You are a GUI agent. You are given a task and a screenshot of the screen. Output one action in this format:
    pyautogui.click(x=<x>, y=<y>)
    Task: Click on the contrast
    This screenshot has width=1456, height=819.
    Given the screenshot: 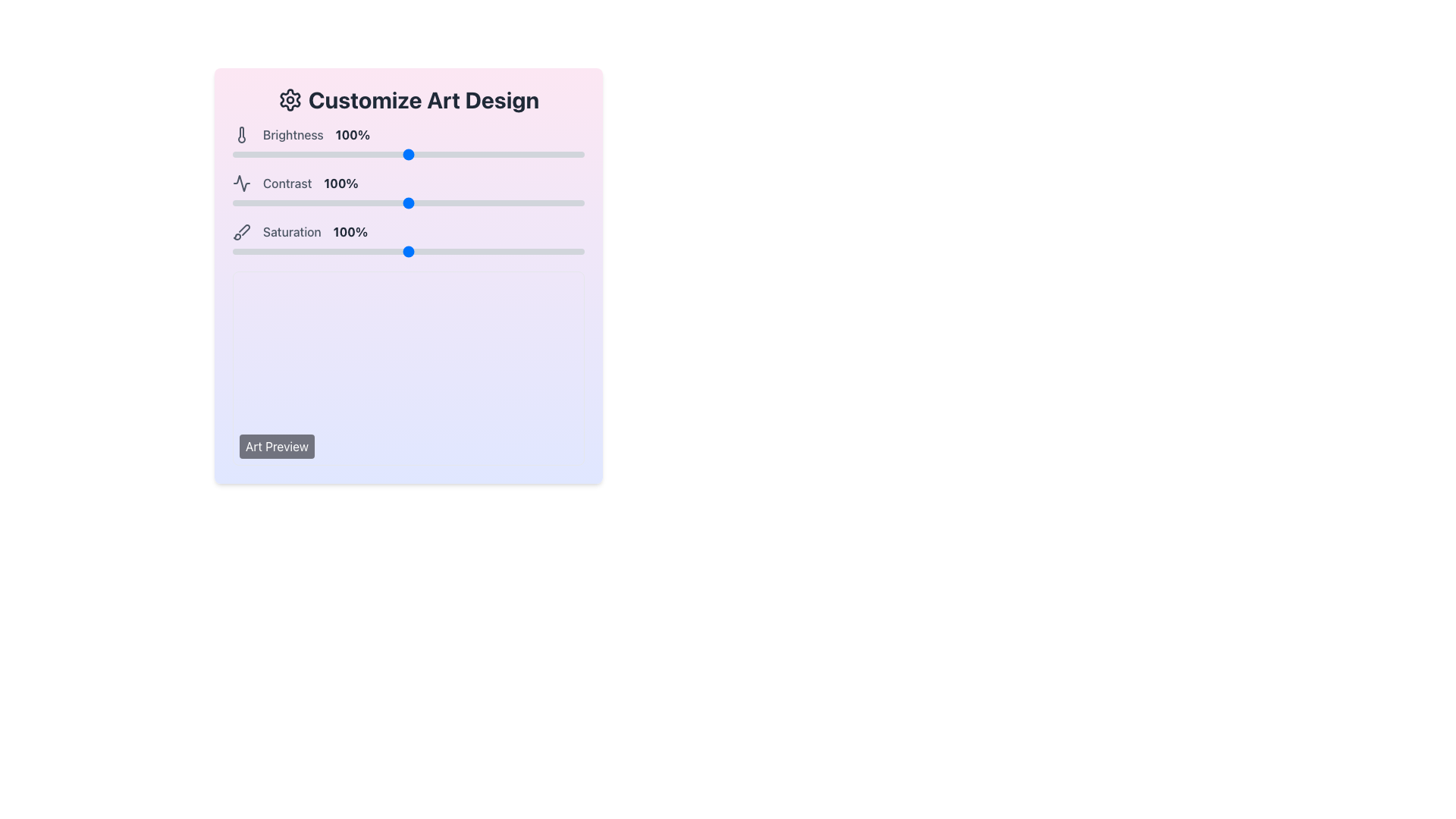 What is the action you would take?
    pyautogui.click(x=246, y=202)
    